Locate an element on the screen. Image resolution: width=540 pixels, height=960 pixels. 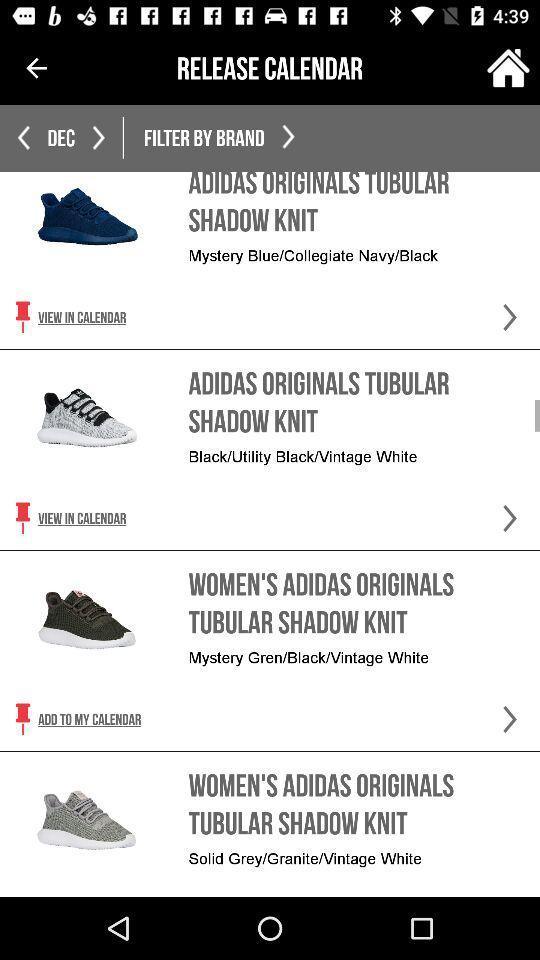
the arrow_backward icon is located at coordinates (22, 136).